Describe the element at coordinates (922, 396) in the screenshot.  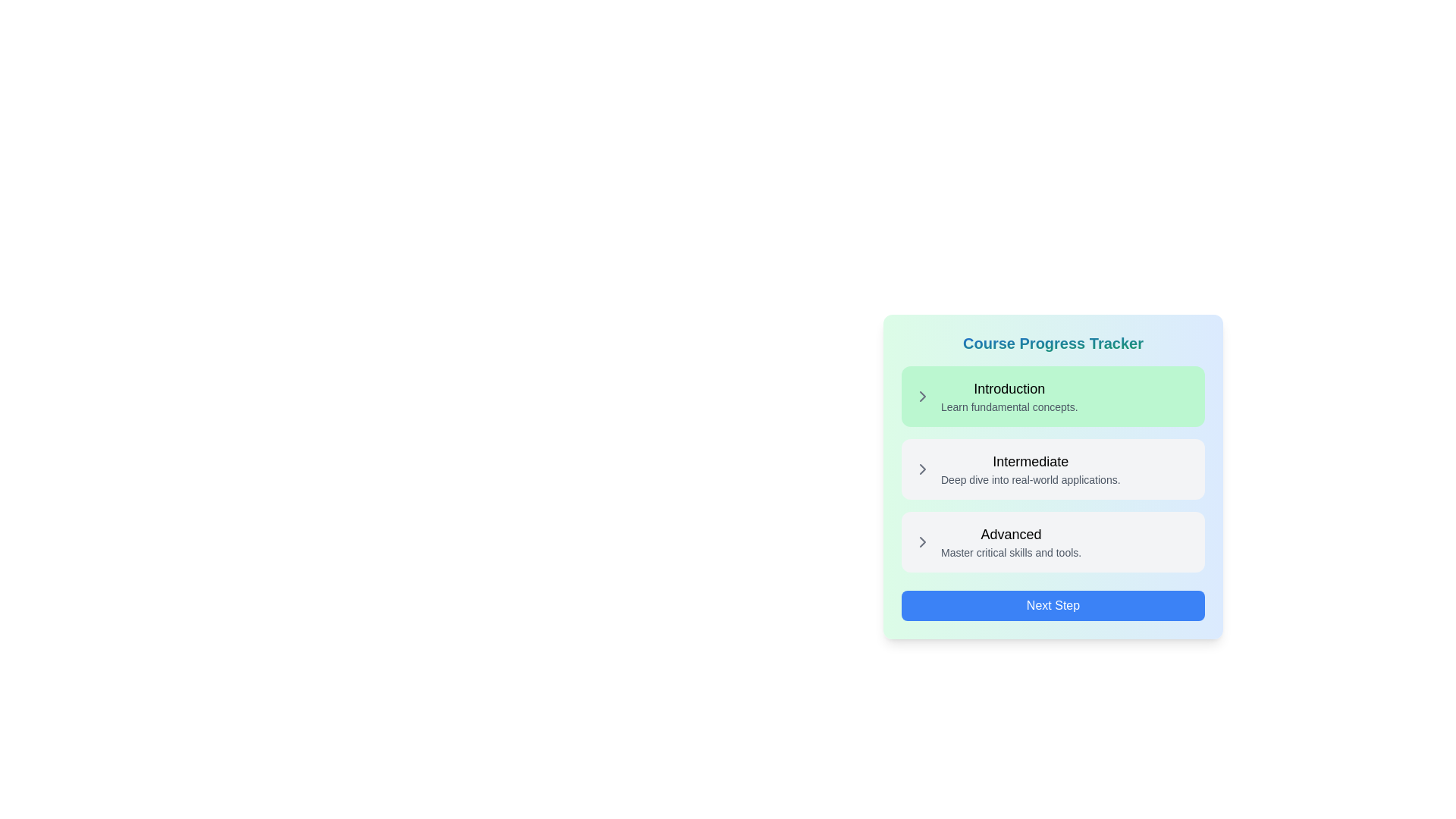
I see `the chevron icon to the left of the 'Introduction' list item in the Course Progress Tracker interface` at that location.